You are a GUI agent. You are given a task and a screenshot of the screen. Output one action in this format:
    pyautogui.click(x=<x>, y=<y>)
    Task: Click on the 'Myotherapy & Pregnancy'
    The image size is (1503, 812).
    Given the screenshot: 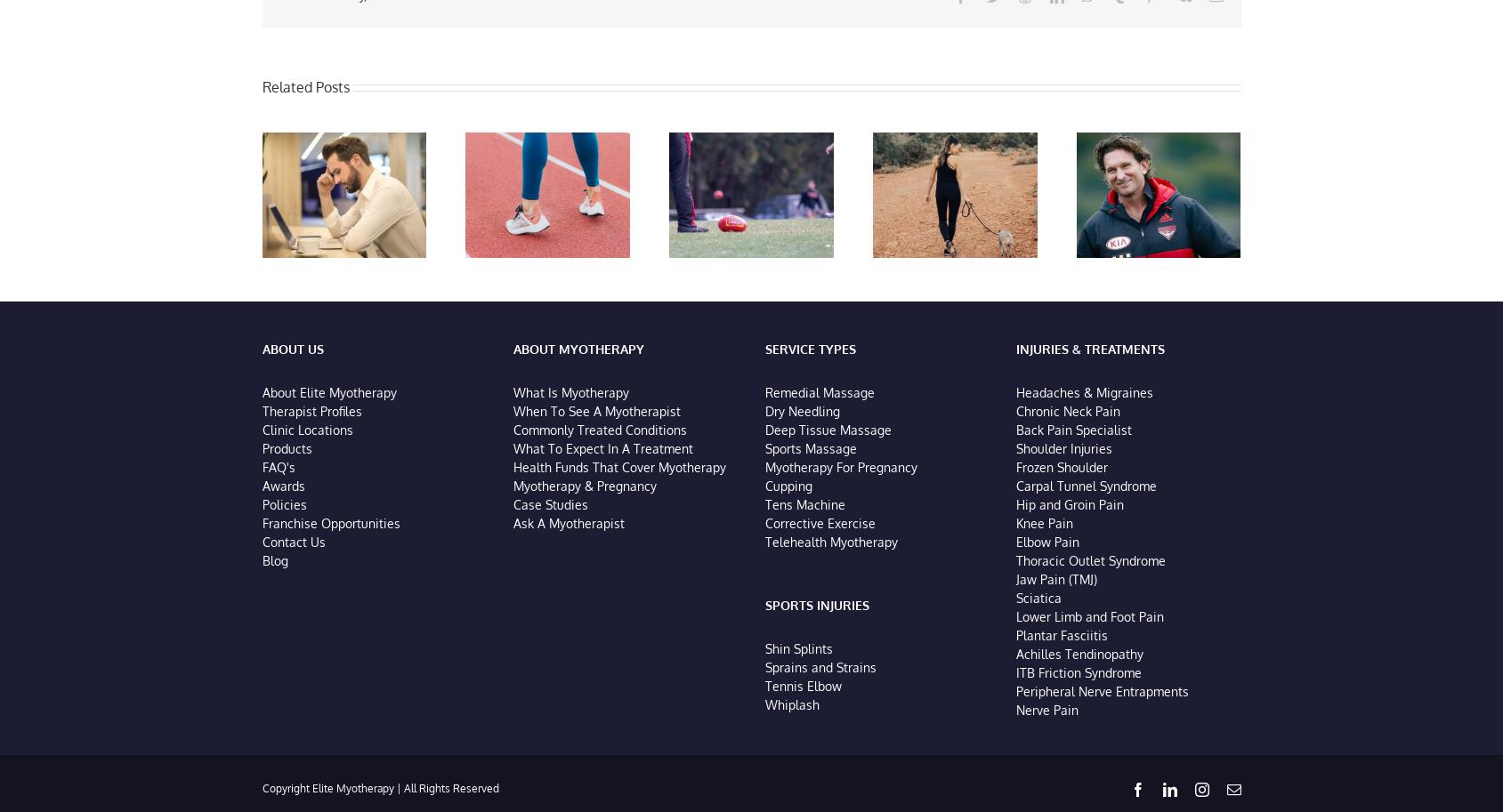 What is the action you would take?
    pyautogui.click(x=584, y=487)
    